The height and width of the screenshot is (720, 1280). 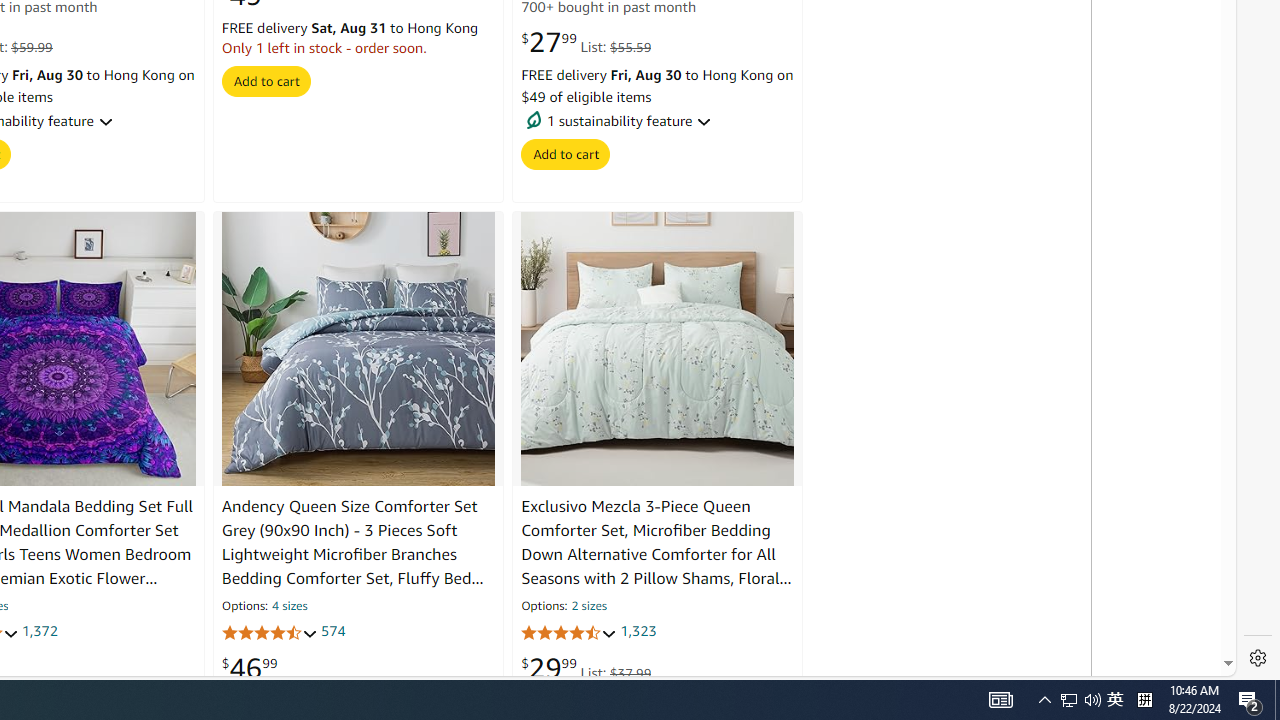 What do you see at coordinates (332, 632) in the screenshot?
I see `'574'` at bounding box center [332, 632].